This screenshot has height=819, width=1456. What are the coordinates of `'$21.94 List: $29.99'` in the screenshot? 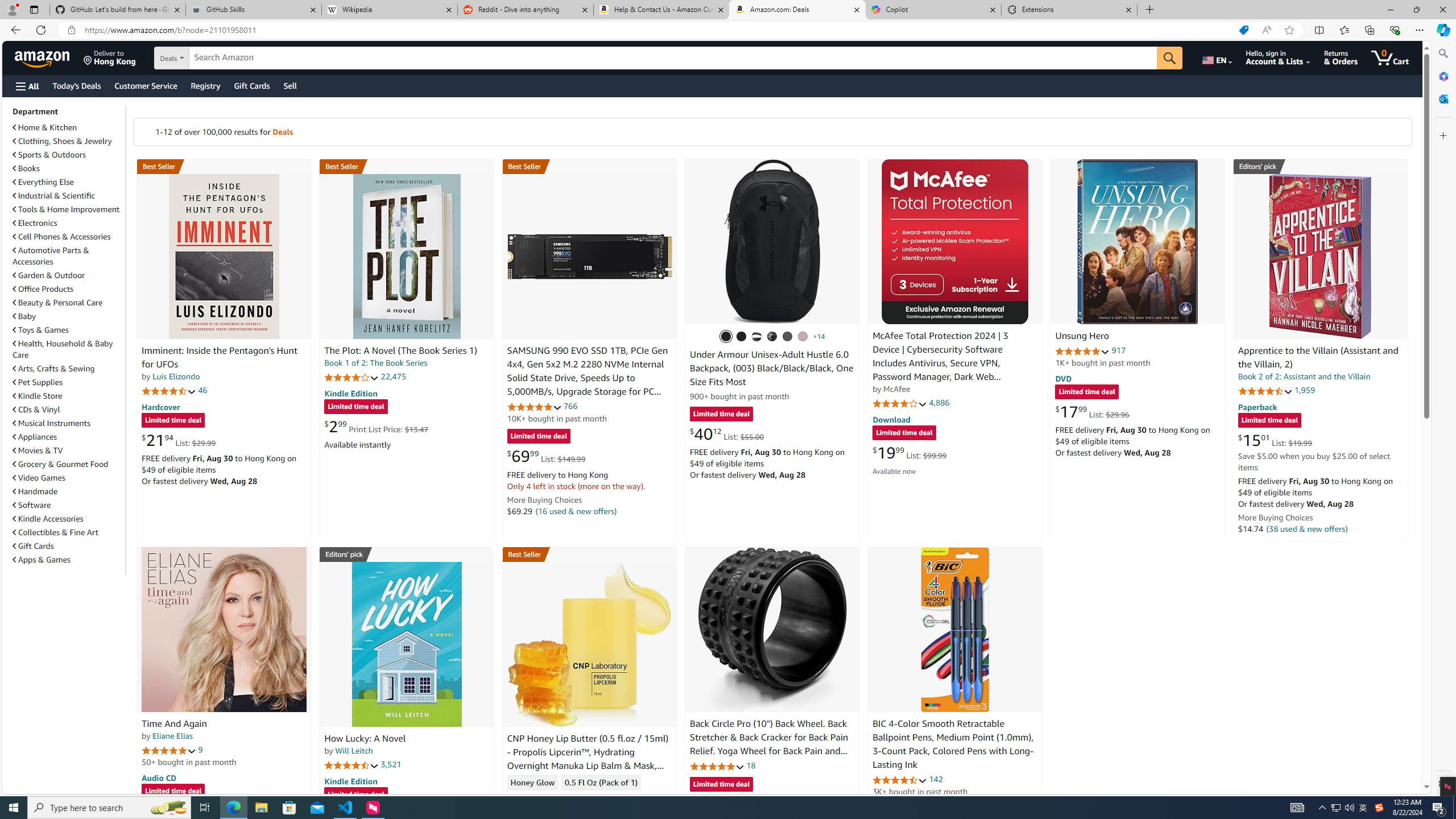 It's located at (178, 440).